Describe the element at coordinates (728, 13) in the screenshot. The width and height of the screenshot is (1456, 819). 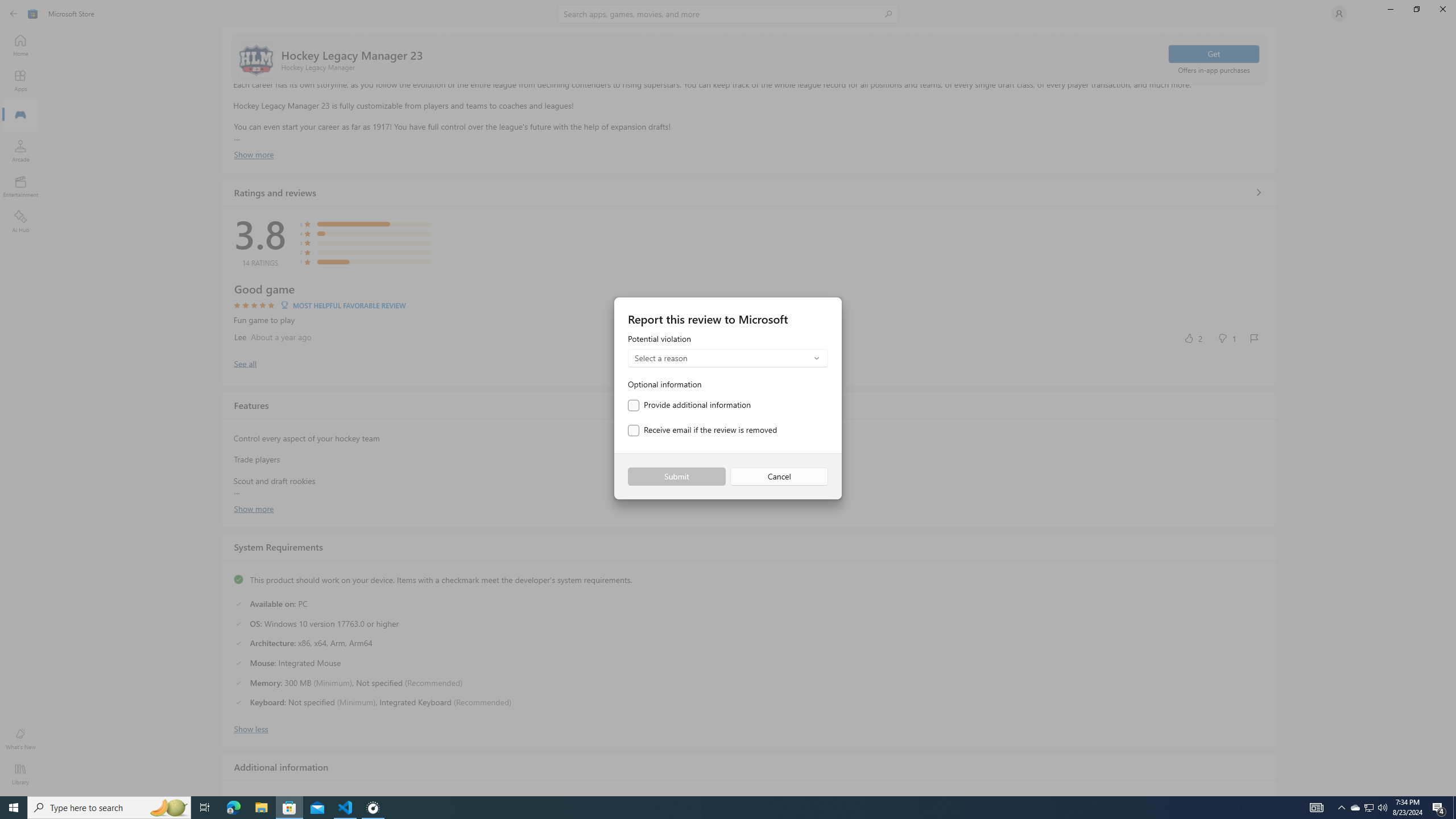
I see `'Search'` at that location.